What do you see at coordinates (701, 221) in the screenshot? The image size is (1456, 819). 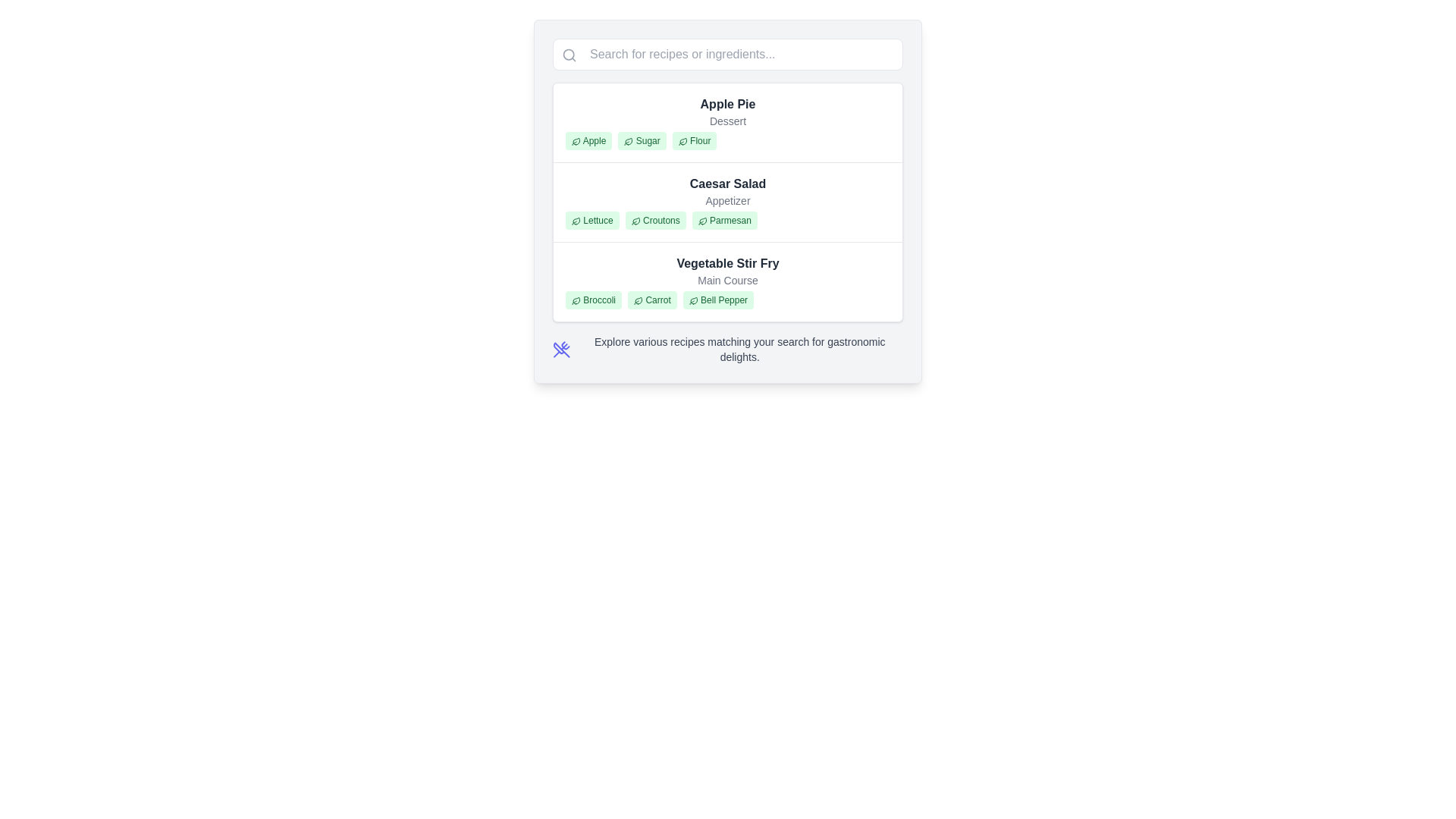 I see `the Parmesan ingredient SVG icon located in the Caesar Salad section of the recipe interface` at bounding box center [701, 221].